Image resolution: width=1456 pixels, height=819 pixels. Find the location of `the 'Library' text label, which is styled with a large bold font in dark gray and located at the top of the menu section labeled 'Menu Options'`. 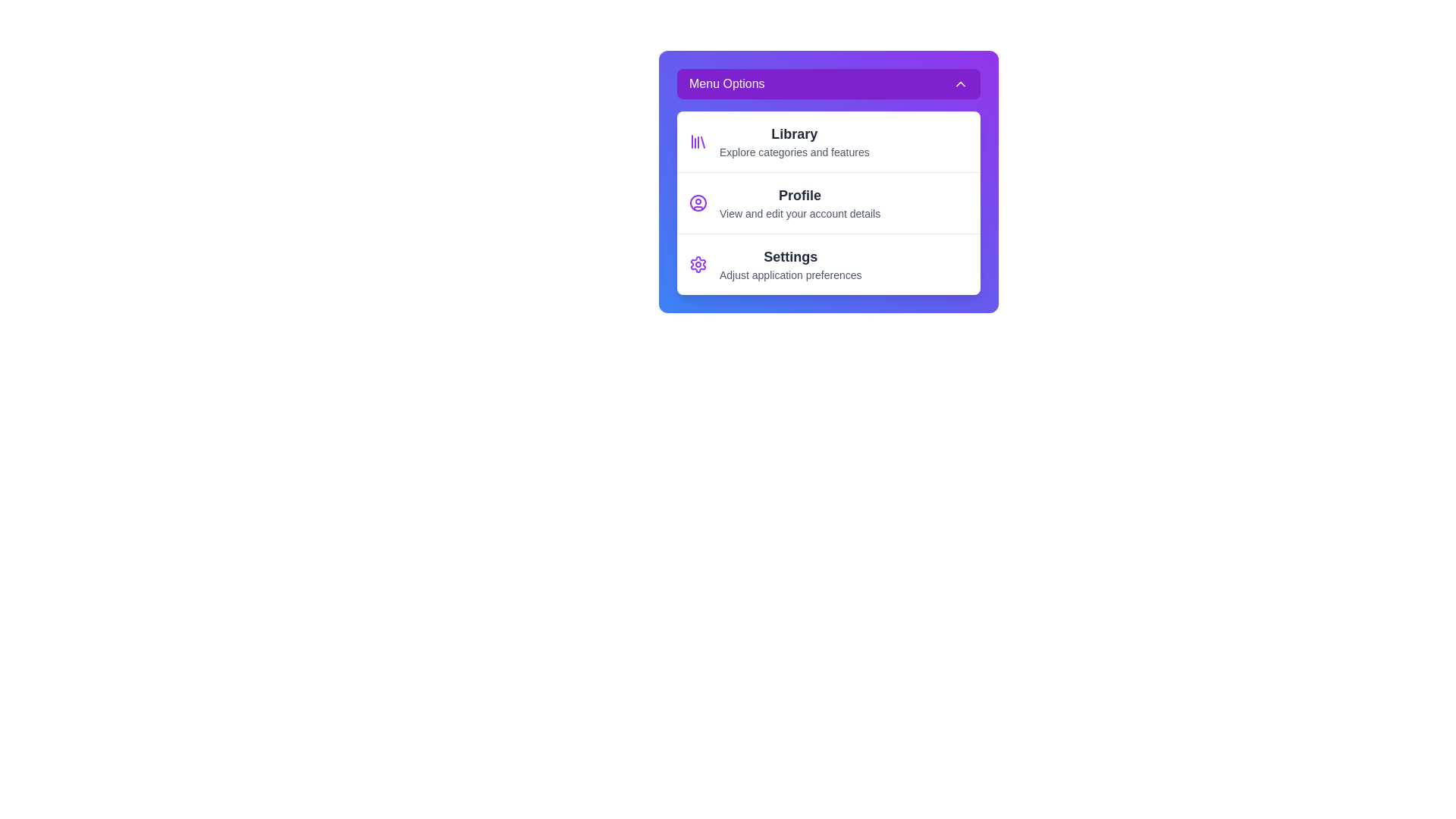

the 'Library' text label, which is styled with a large bold font in dark gray and located at the top of the menu section labeled 'Menu Options' is located at coordinates (793, 133).